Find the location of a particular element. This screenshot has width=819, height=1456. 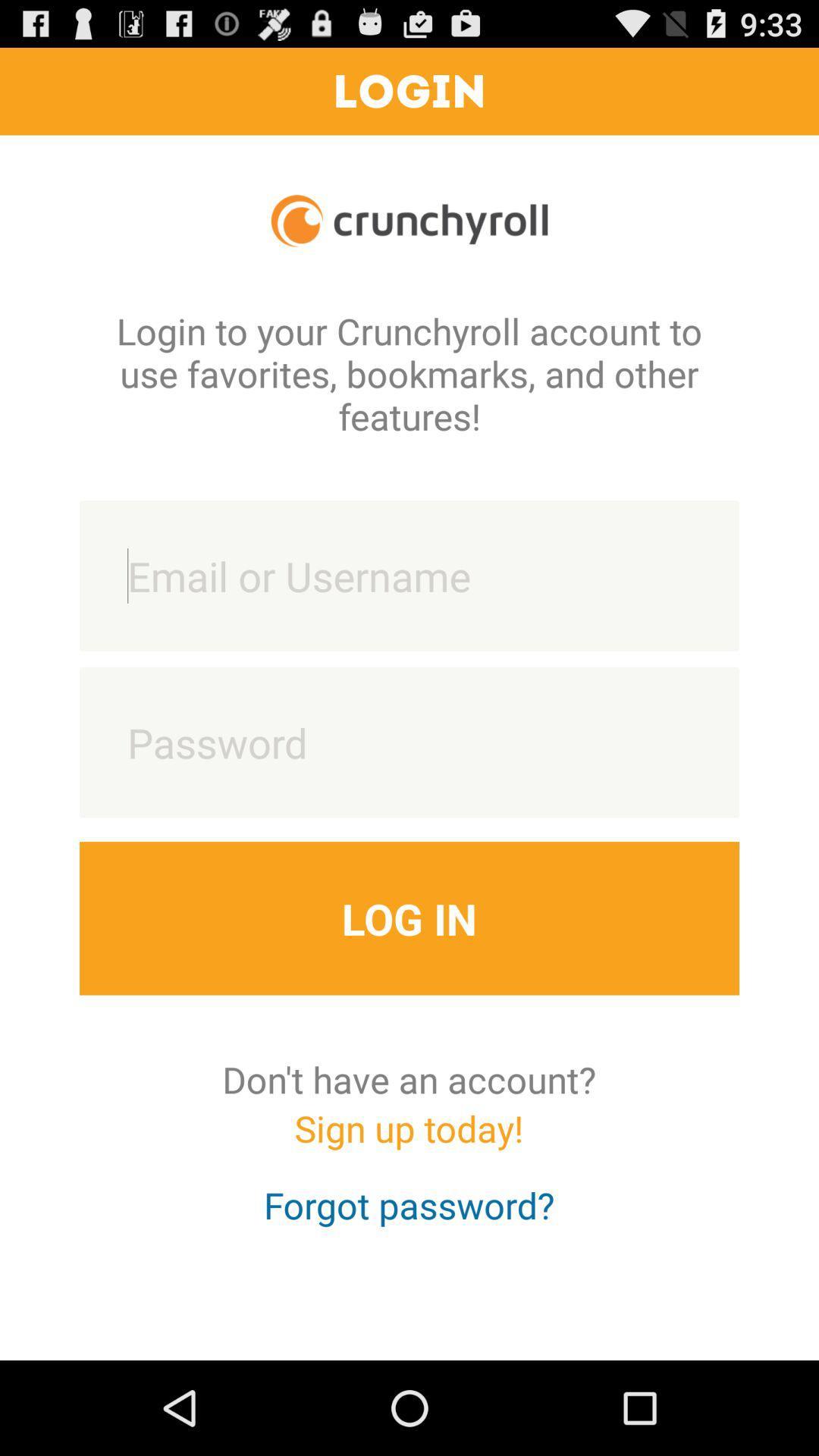

the forgot password? app is located at coordinates (408, 1219).